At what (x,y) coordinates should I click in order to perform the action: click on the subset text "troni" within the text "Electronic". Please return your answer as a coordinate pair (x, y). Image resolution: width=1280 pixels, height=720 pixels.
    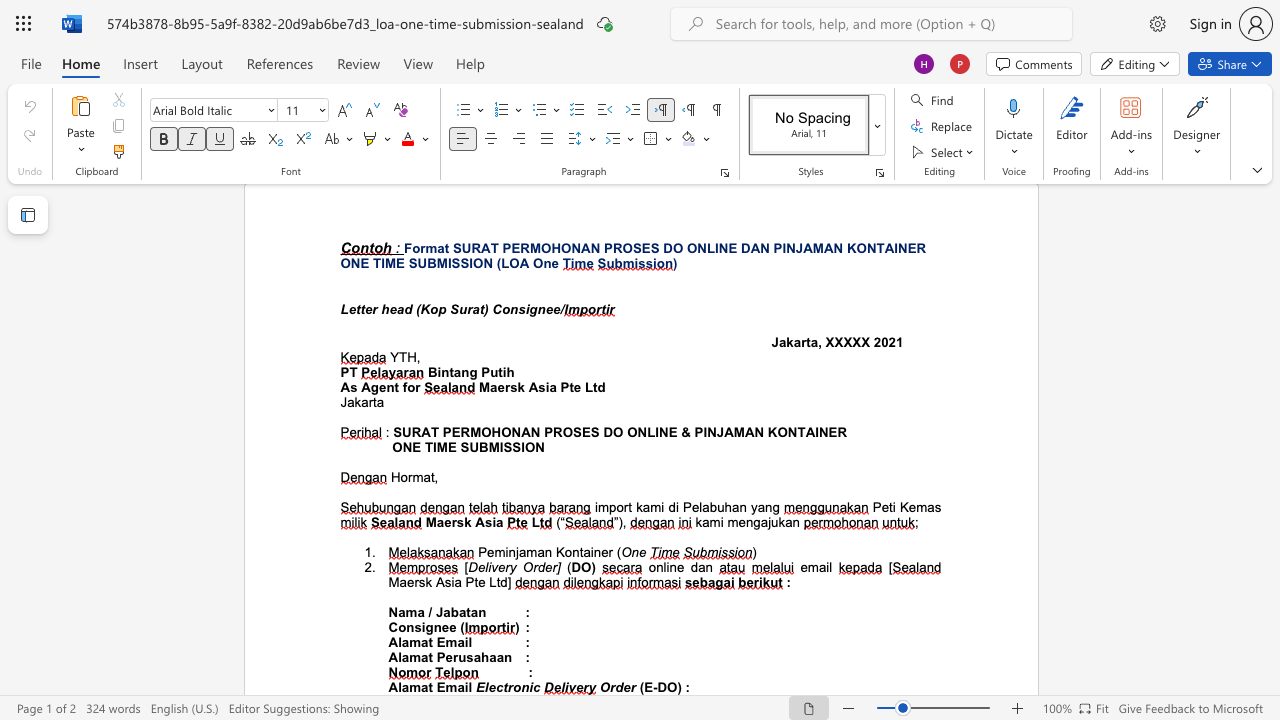
    Looking at the image, I should click on (503, 686).